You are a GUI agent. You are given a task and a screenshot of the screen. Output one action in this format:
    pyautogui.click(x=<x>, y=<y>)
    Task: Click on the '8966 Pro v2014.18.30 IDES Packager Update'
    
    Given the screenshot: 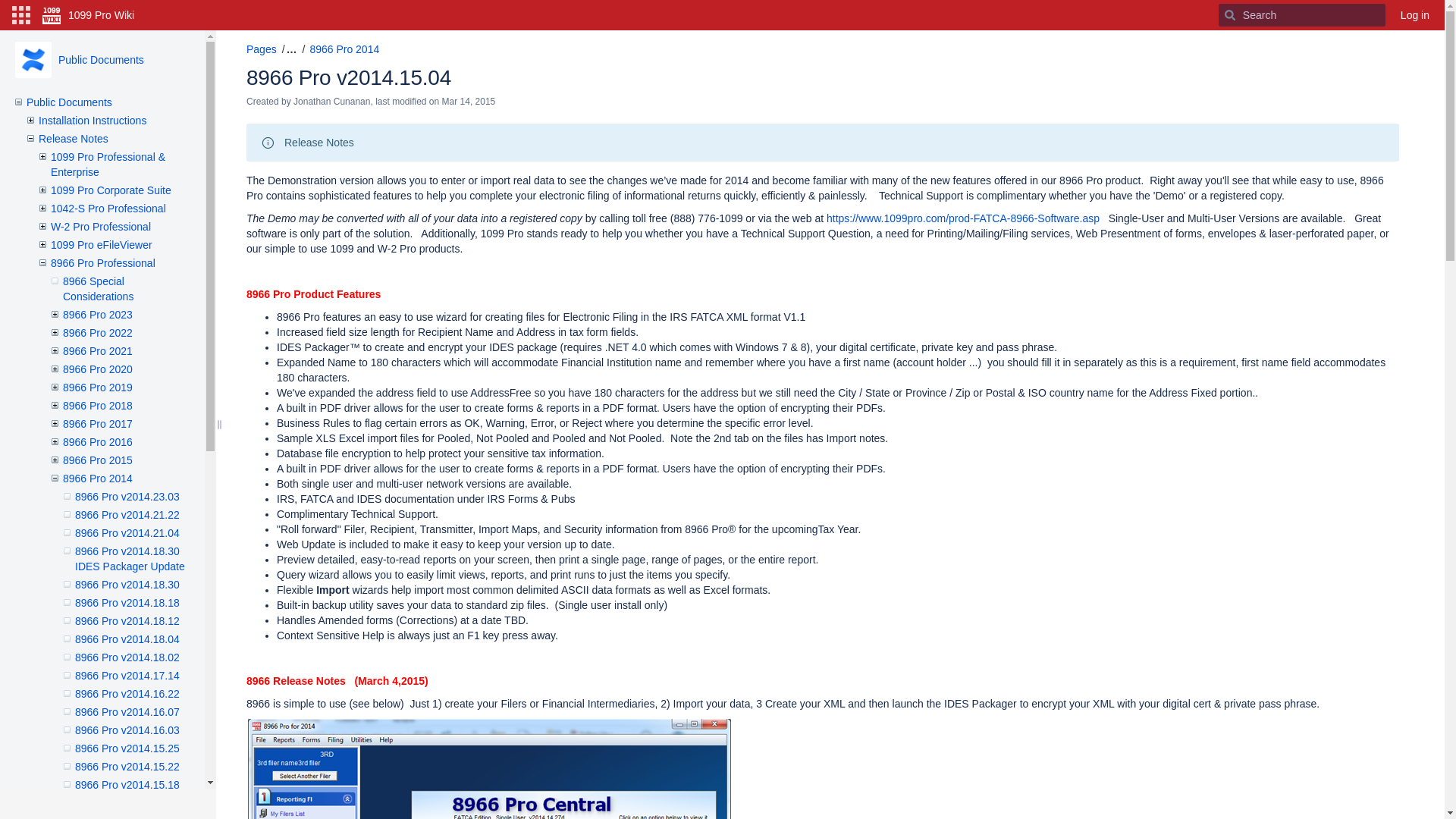 What is the action you would take?
    pyautogui.click(x=130, y=558)
    